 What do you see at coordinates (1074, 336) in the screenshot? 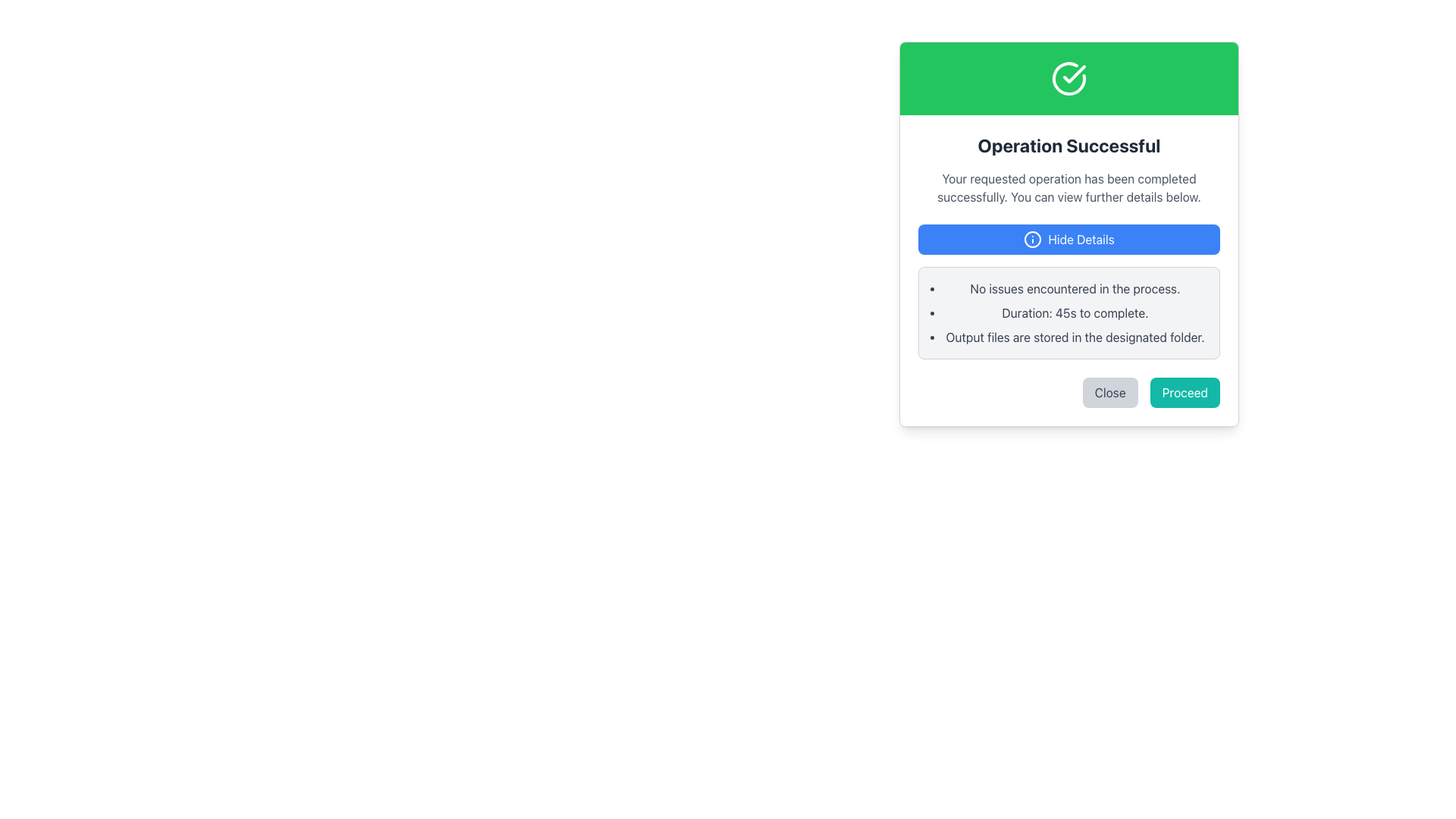
I see `informational static text that indicates where the output files are stored, which is the last item in a bulleted list within a modal window` at bounding box center [1074, 336].